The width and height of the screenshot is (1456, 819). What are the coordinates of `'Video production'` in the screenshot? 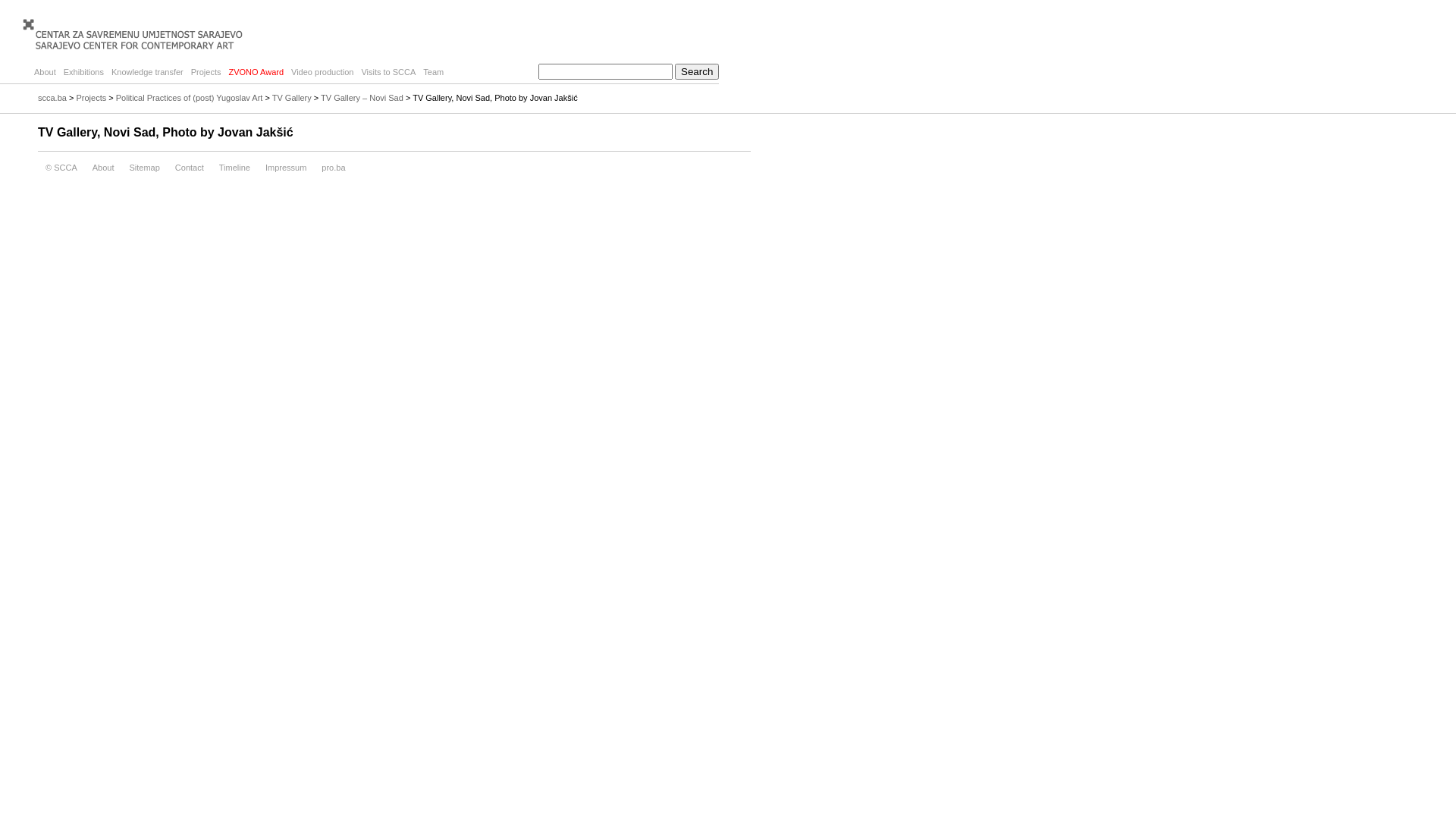 It's located at (322, 72).